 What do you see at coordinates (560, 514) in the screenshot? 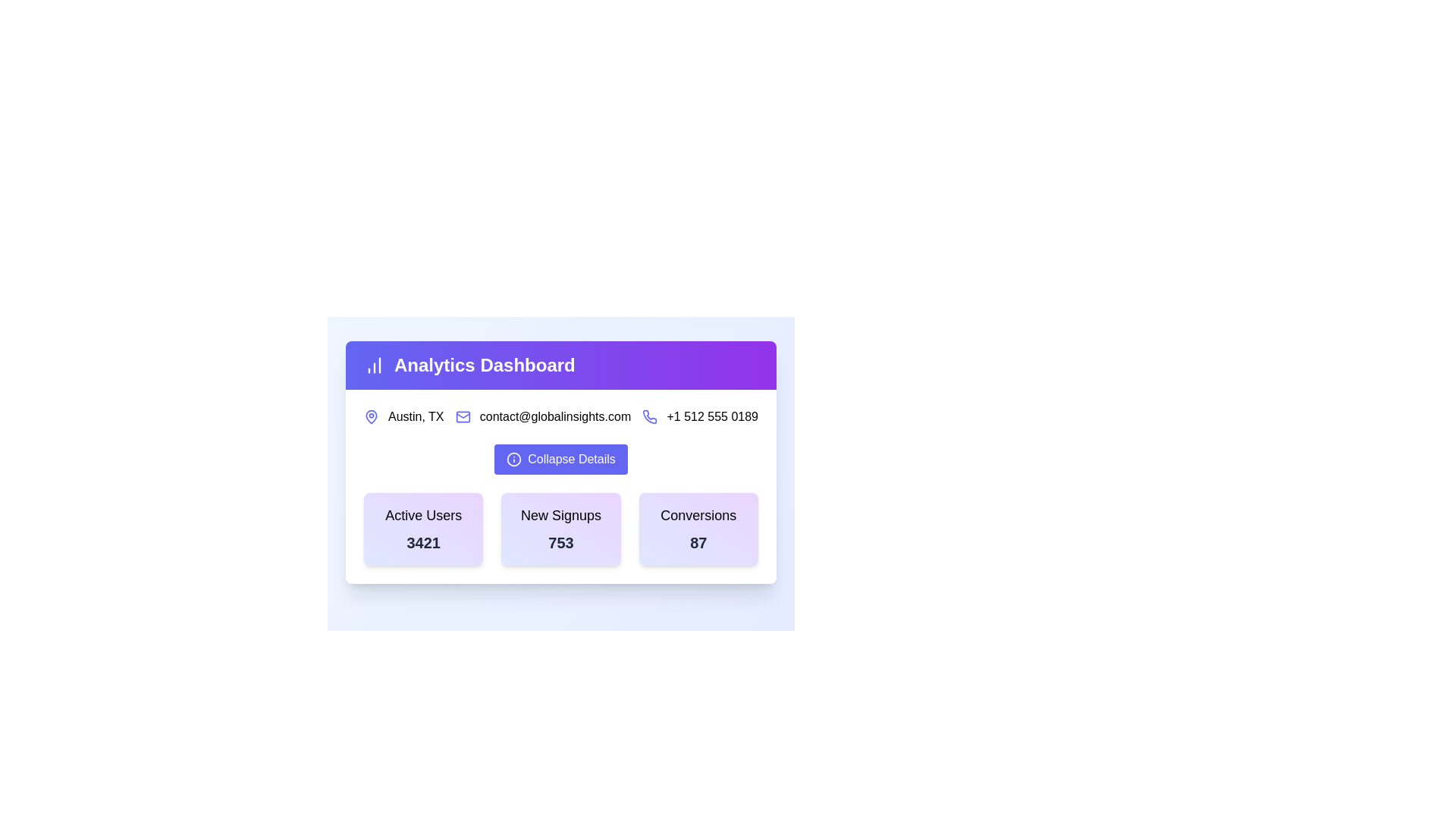
I see `text label 'New Signups' located at the top of the middle box with a gradient background, which provides context for the metric value displayed beneath it` at bounding box center [560, 514].